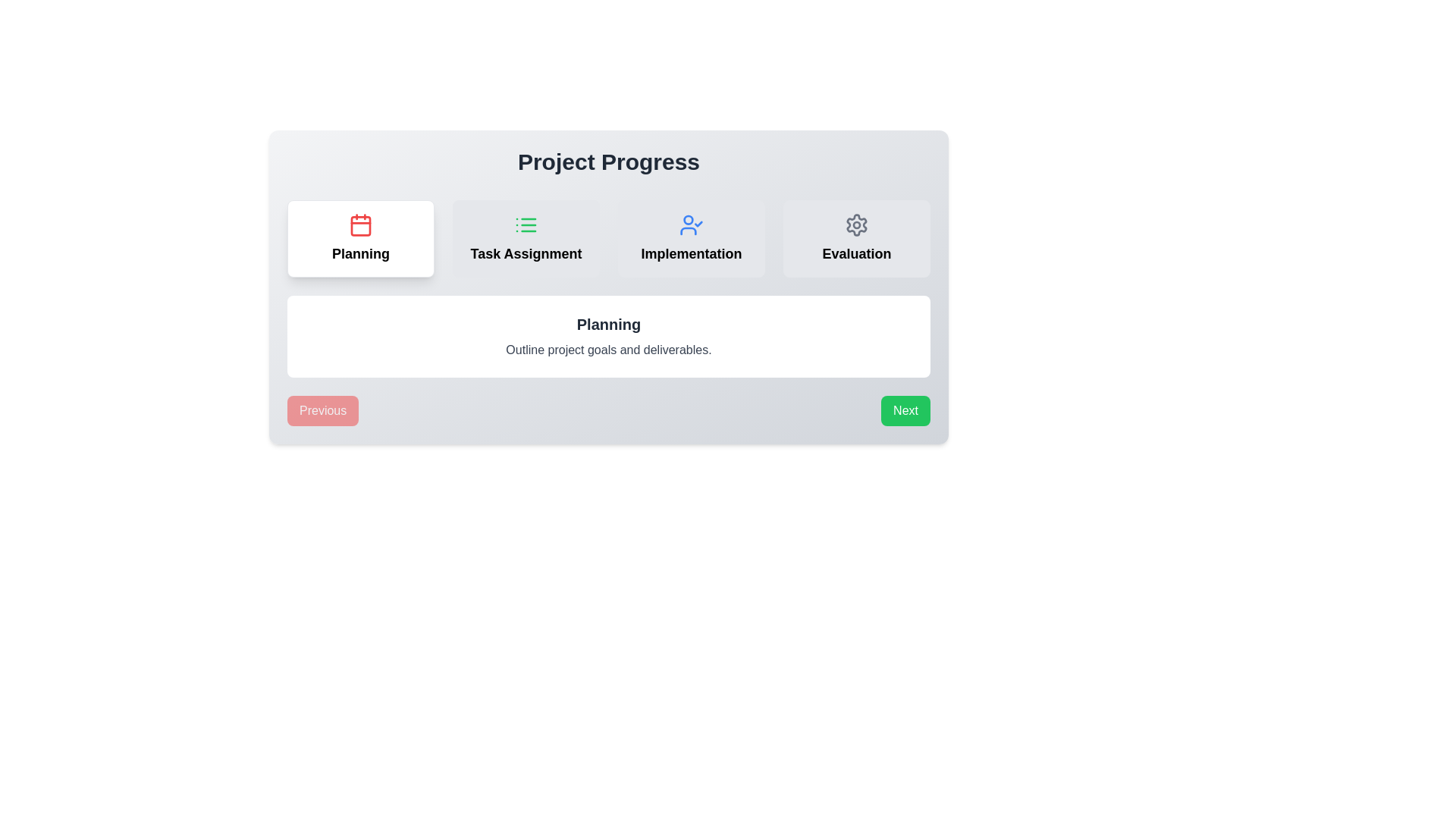 The image size is (1456, 819). Describe the element at coordinates (608, 324) in the screenshot. I see `the static text header element displaying the word 'Planning', which is prominently styled in large, bold font and dark gray color, located at the top-center of a white rounded box` at that location.